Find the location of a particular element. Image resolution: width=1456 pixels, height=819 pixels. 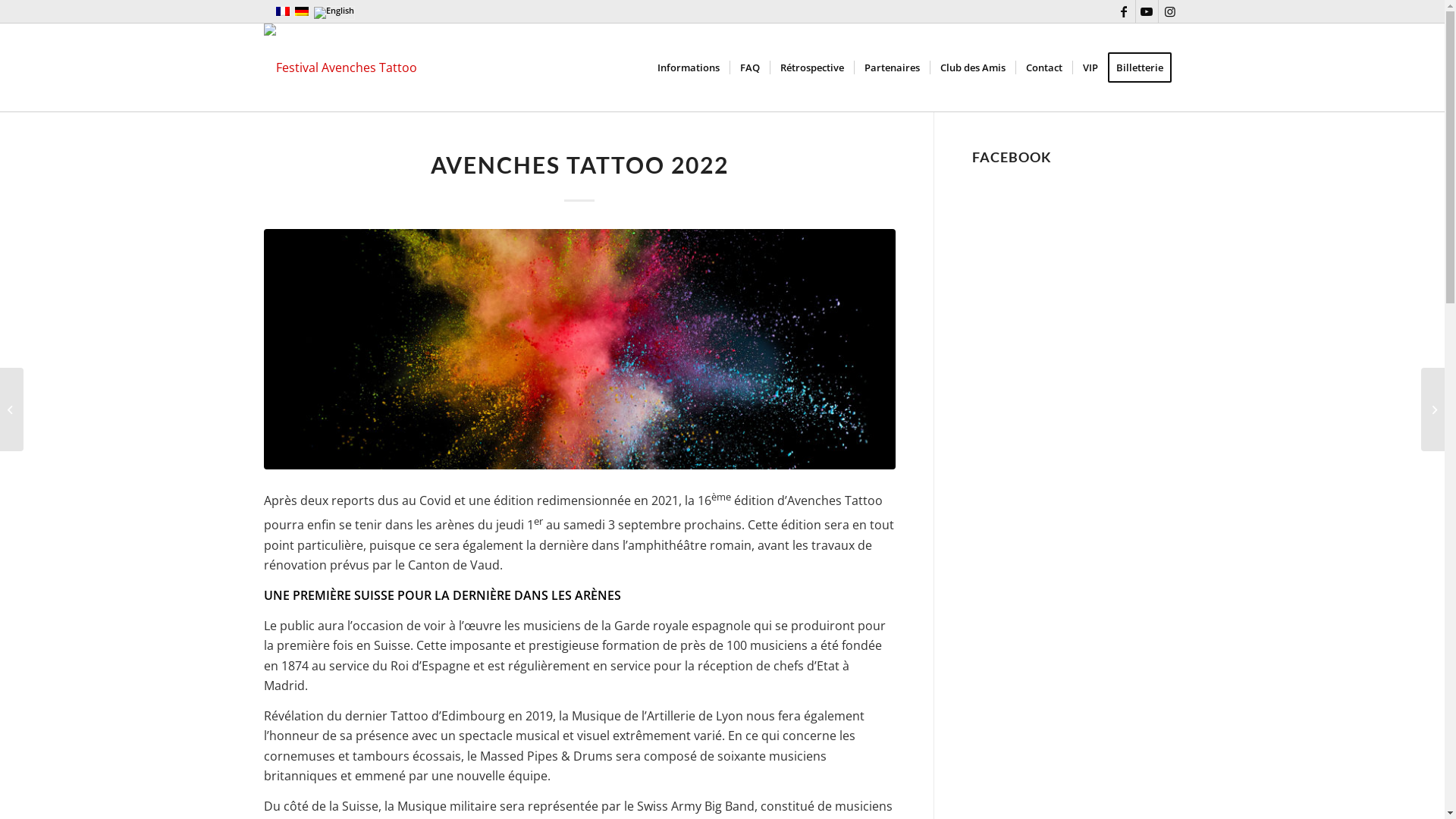

'Facebook' is located at coordinates (1124, 11).